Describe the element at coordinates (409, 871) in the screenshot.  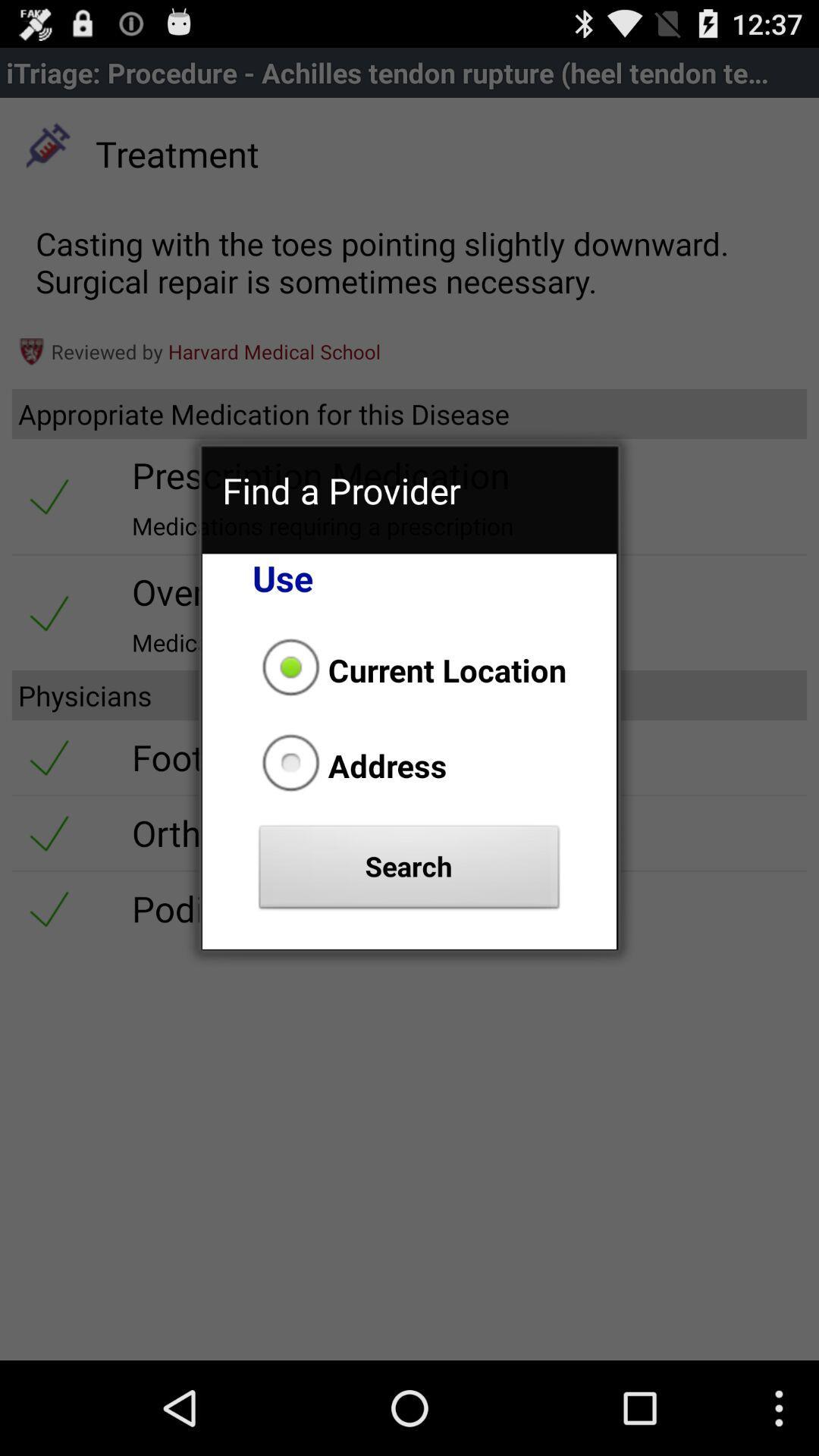
I see `the search button` at that location.